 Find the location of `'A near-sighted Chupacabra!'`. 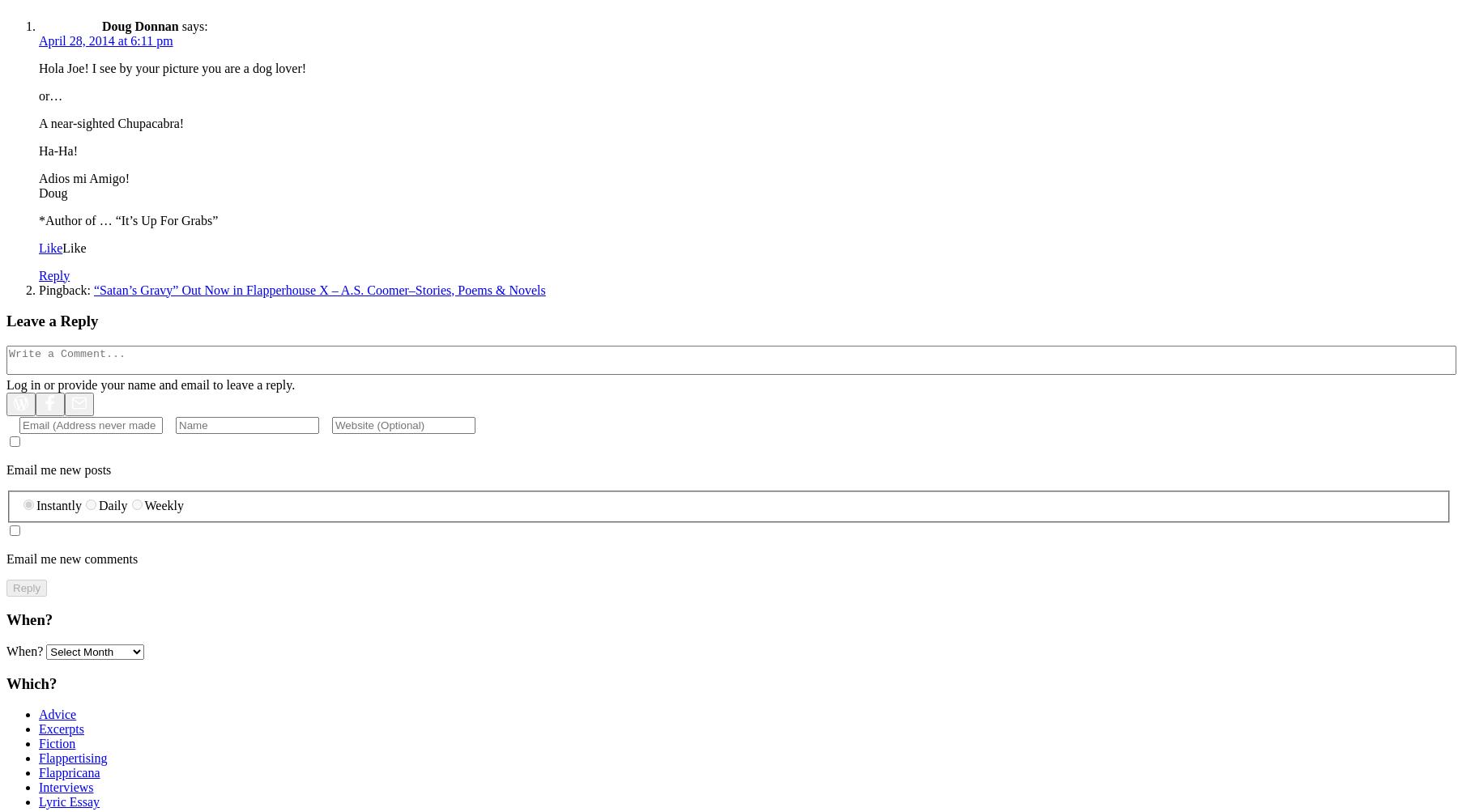

'A near-sighted Chupacabra!' is located at coordinates (111, 121).